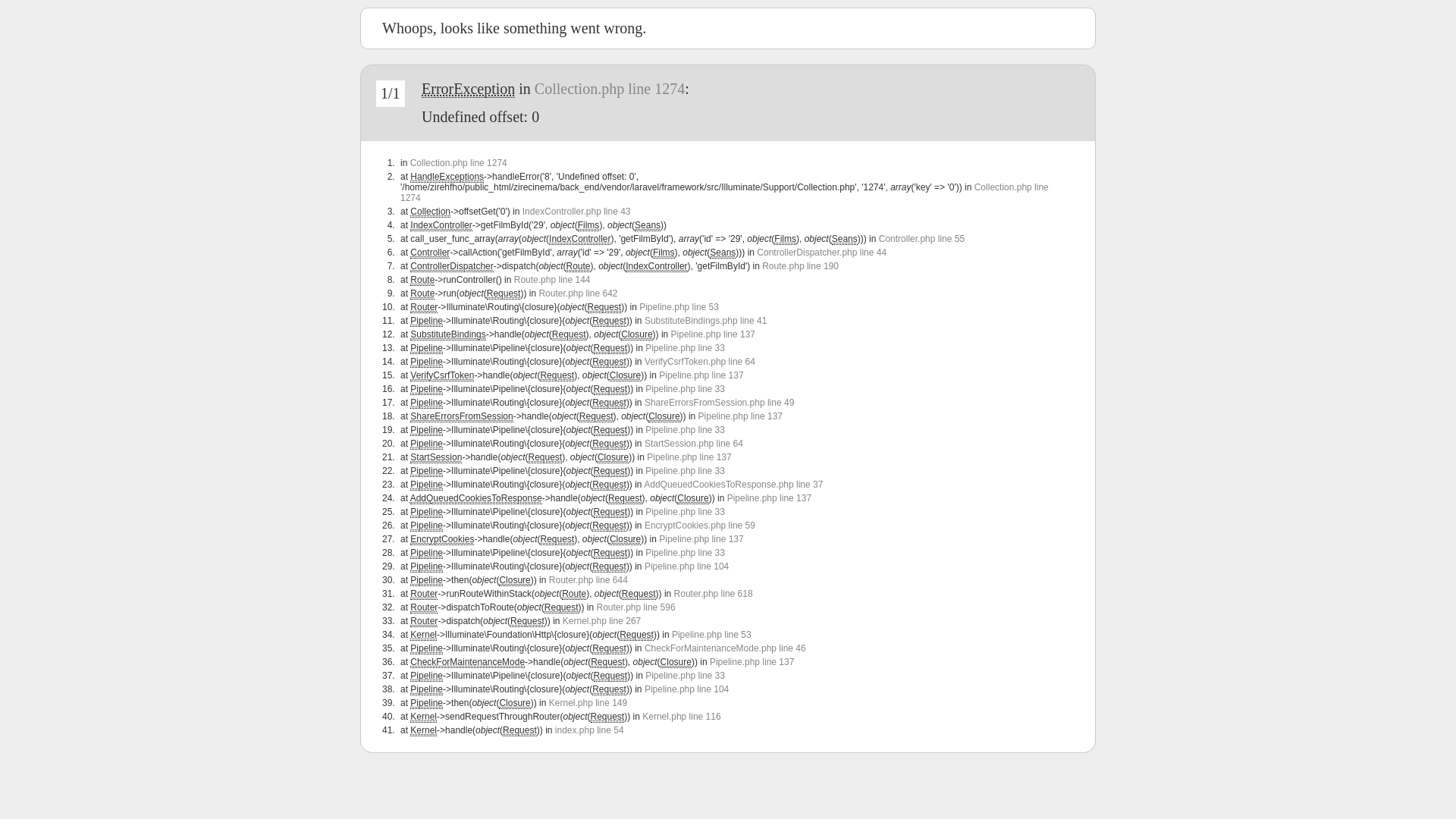 Image resolution: width=1456 pixels, height=819 pixels. What do you see at coordinates (644, 362) in the screenshot?
I see `'VerifyCsrfToken.php line 64'` at bounding box center [644, 362].